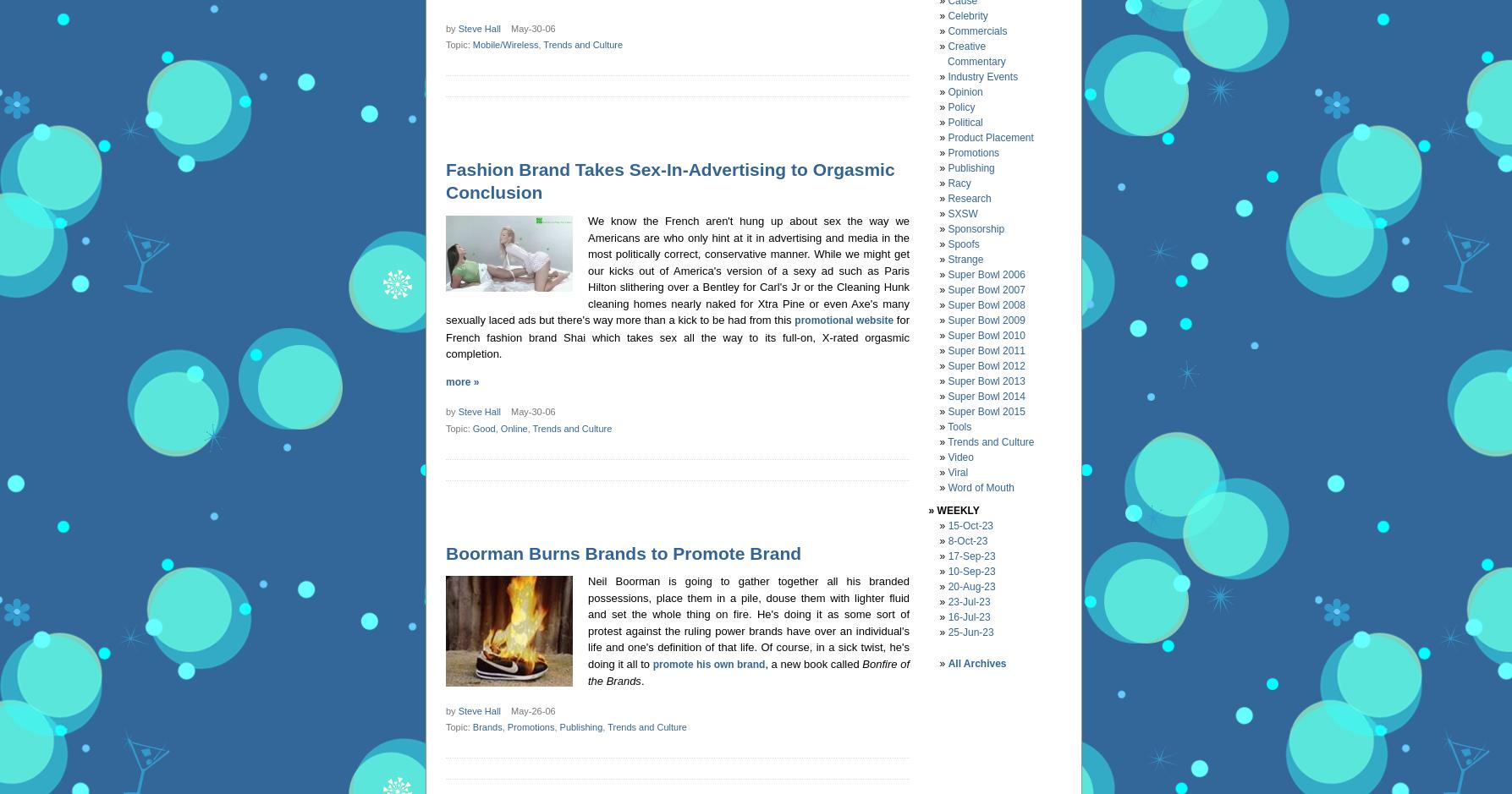 This screenshot has height=794, width=1512. I want to click on 'Online', so click(498, 428).